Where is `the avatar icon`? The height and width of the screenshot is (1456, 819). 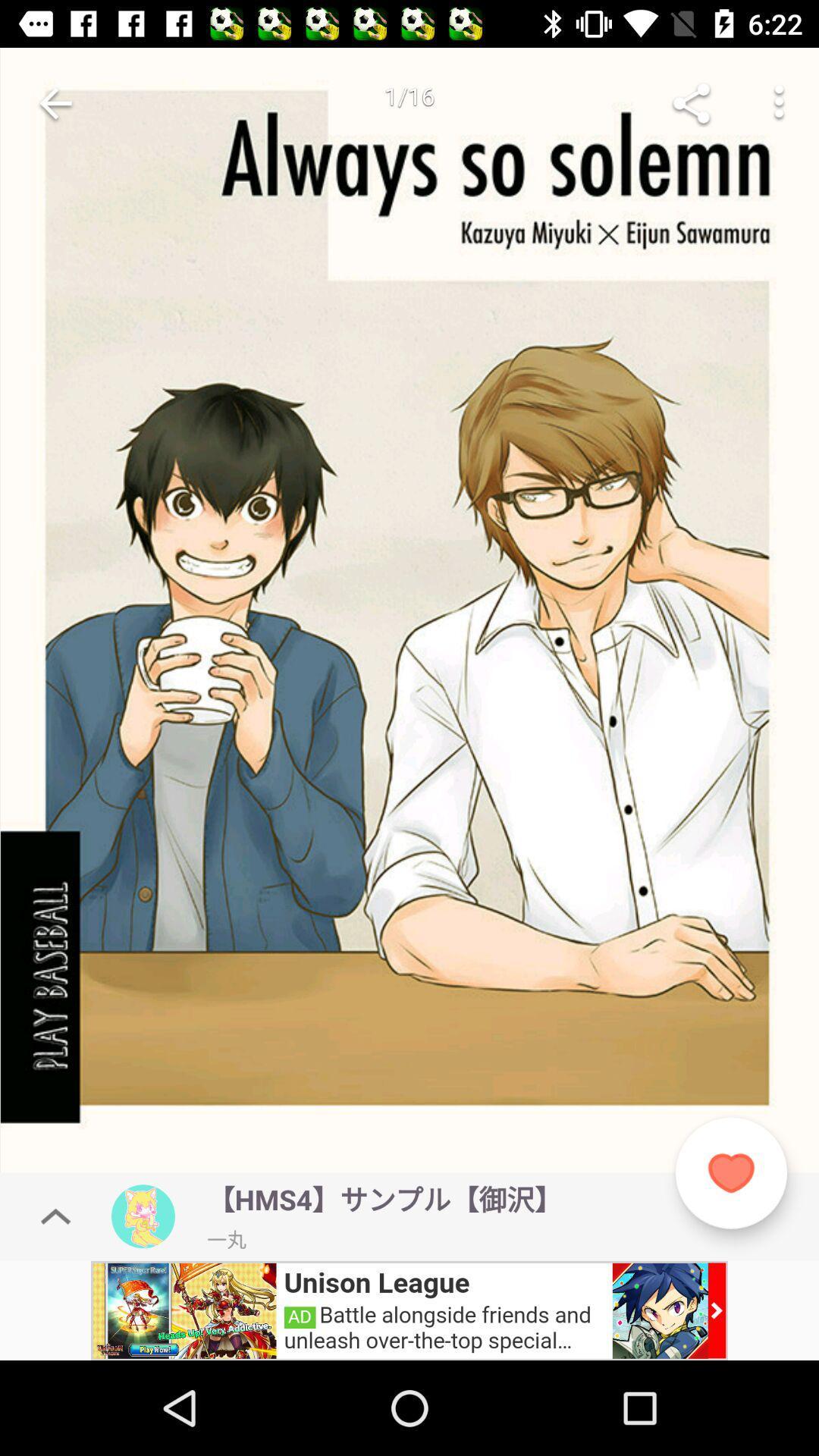 the avatar icon is located at coordinates (143, 1216).